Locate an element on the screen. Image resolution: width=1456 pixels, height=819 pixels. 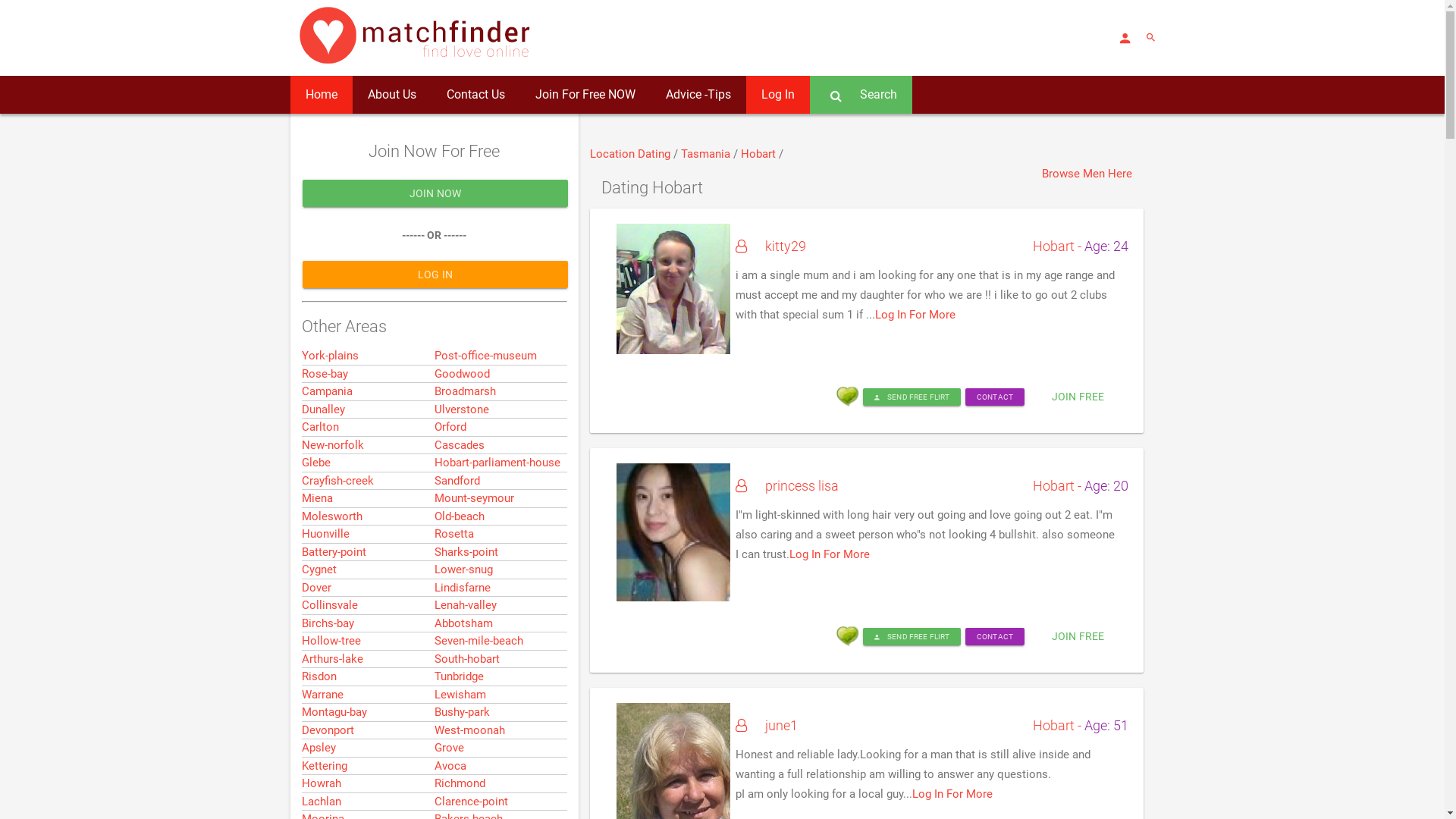
'Lachlan' is located at coordinates (302, 800).